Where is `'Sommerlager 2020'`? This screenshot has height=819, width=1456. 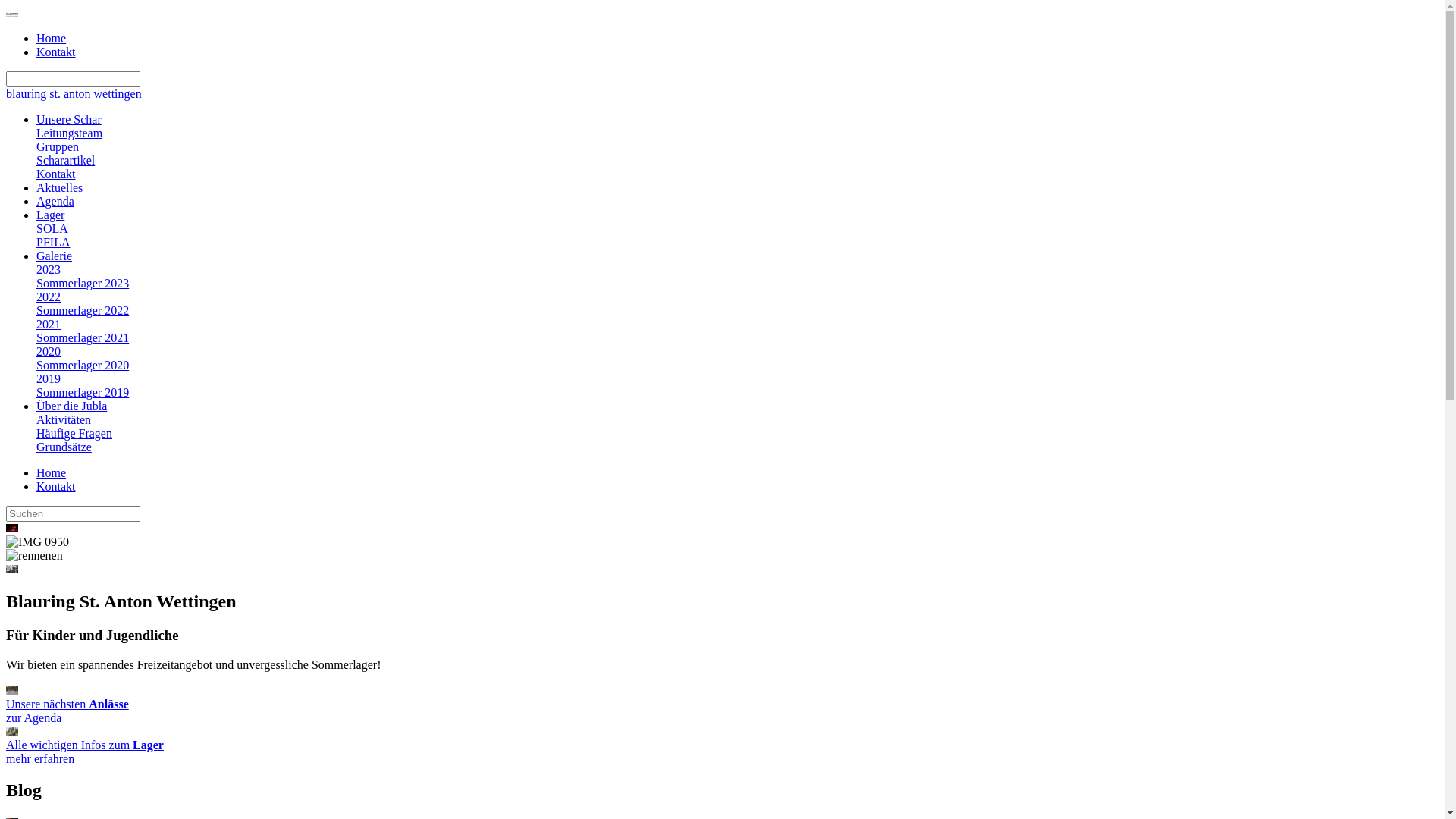
'Sommerlager 2020' is located at coordinates (82, 365).